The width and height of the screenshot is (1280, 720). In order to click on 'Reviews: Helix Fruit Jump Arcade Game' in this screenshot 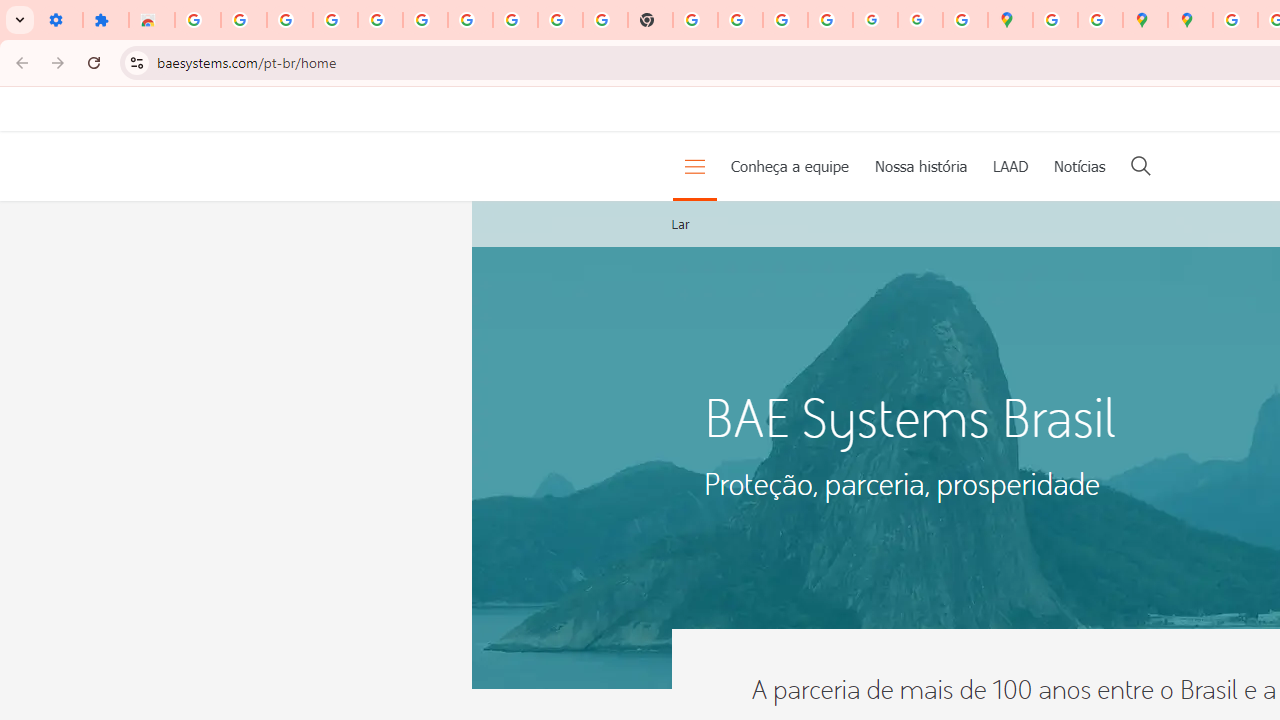, I will do `click(151, 20)`.